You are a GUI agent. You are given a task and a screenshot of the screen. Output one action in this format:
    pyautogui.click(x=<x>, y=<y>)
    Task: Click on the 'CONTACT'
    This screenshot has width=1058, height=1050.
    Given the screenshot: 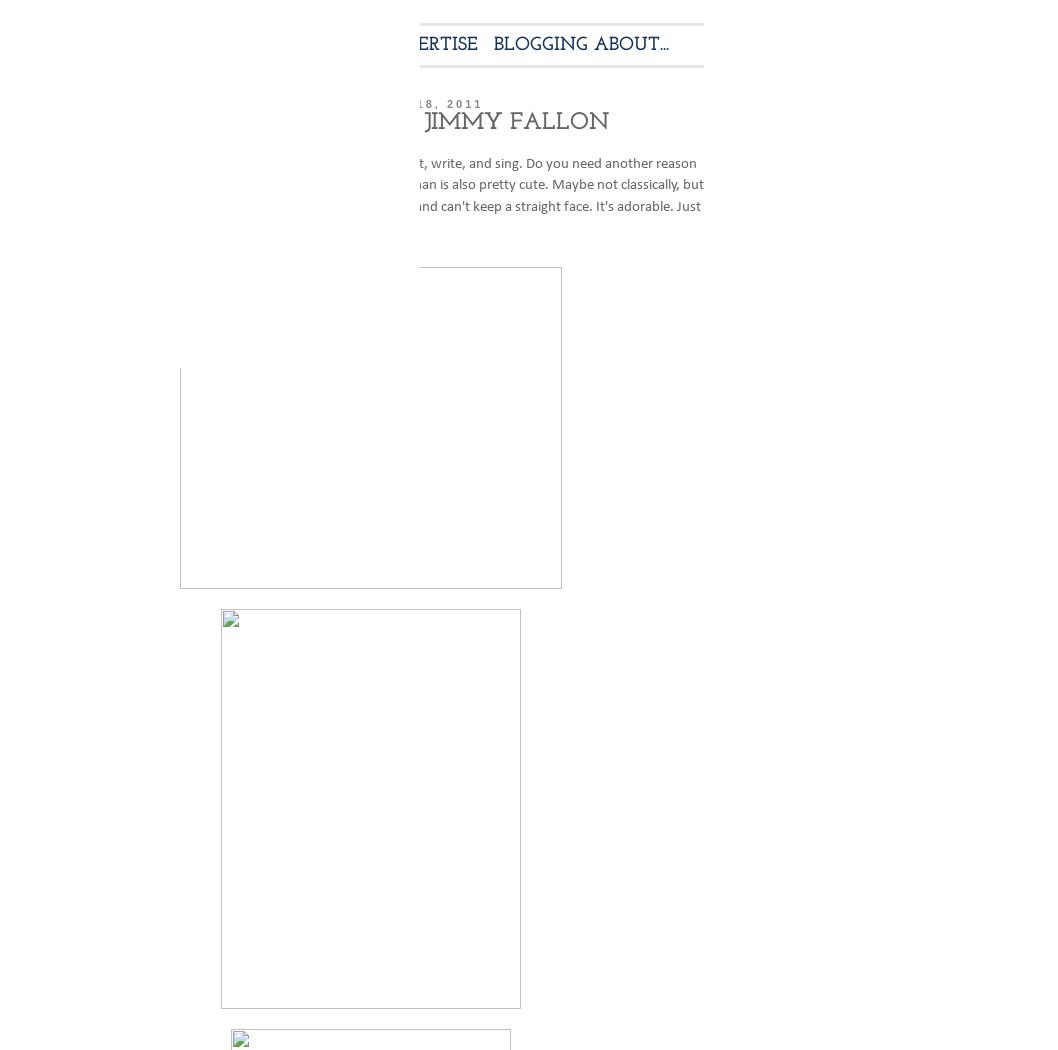 What is the action you would take?
    pyautogui.click(x=264, y=44)
    